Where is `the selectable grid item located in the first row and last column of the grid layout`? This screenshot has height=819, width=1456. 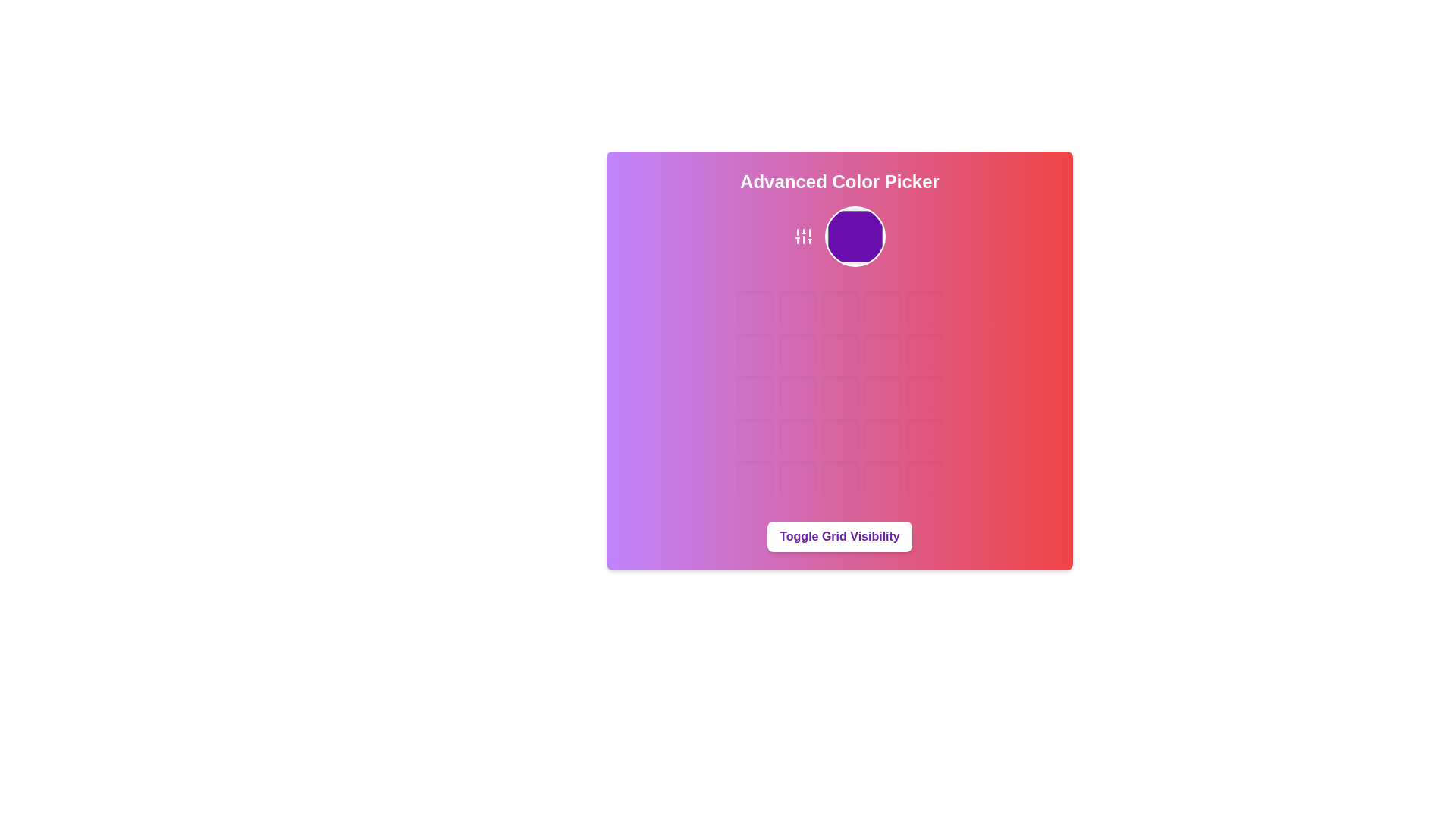 the selectable grid item located in the first row and last column of the grid layout is located at coordinates (924, 309).